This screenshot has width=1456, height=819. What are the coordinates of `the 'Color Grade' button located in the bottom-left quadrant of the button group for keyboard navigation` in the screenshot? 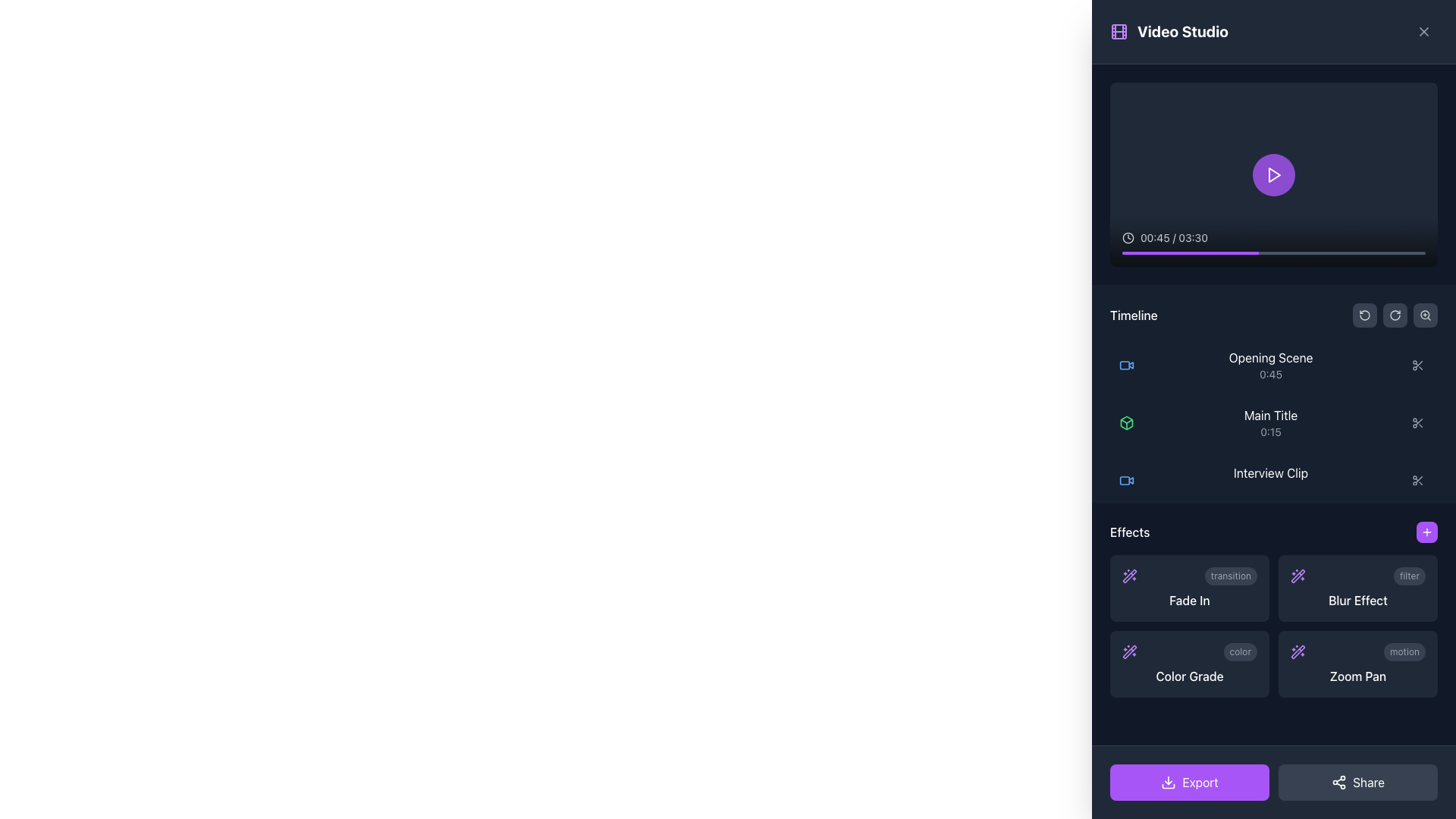 It's located at (1189, 663).